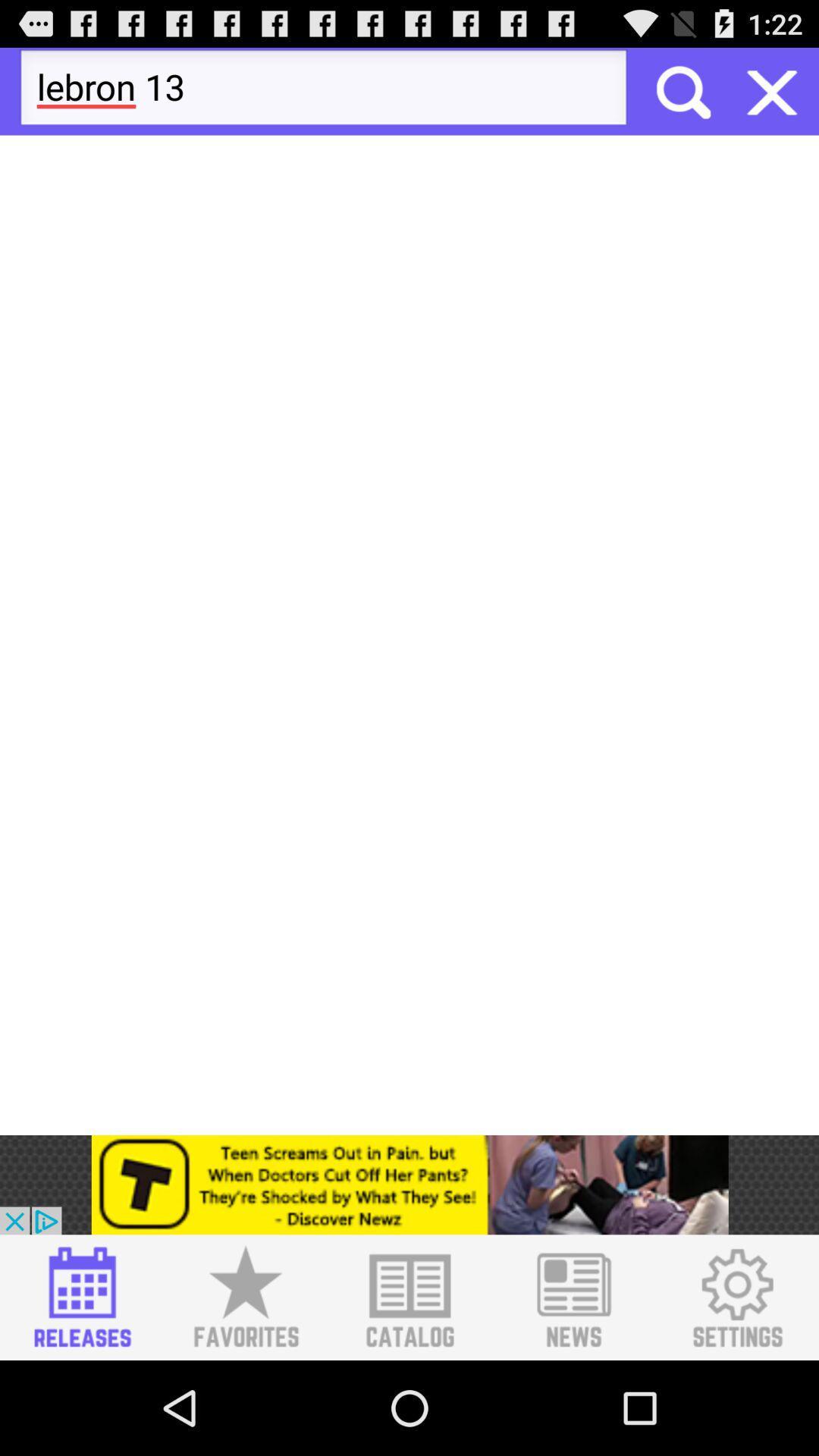 The image size is (819, 1456). Describe the element at coordinates (681, 90) in the screenshot. I see `serch` at that location.